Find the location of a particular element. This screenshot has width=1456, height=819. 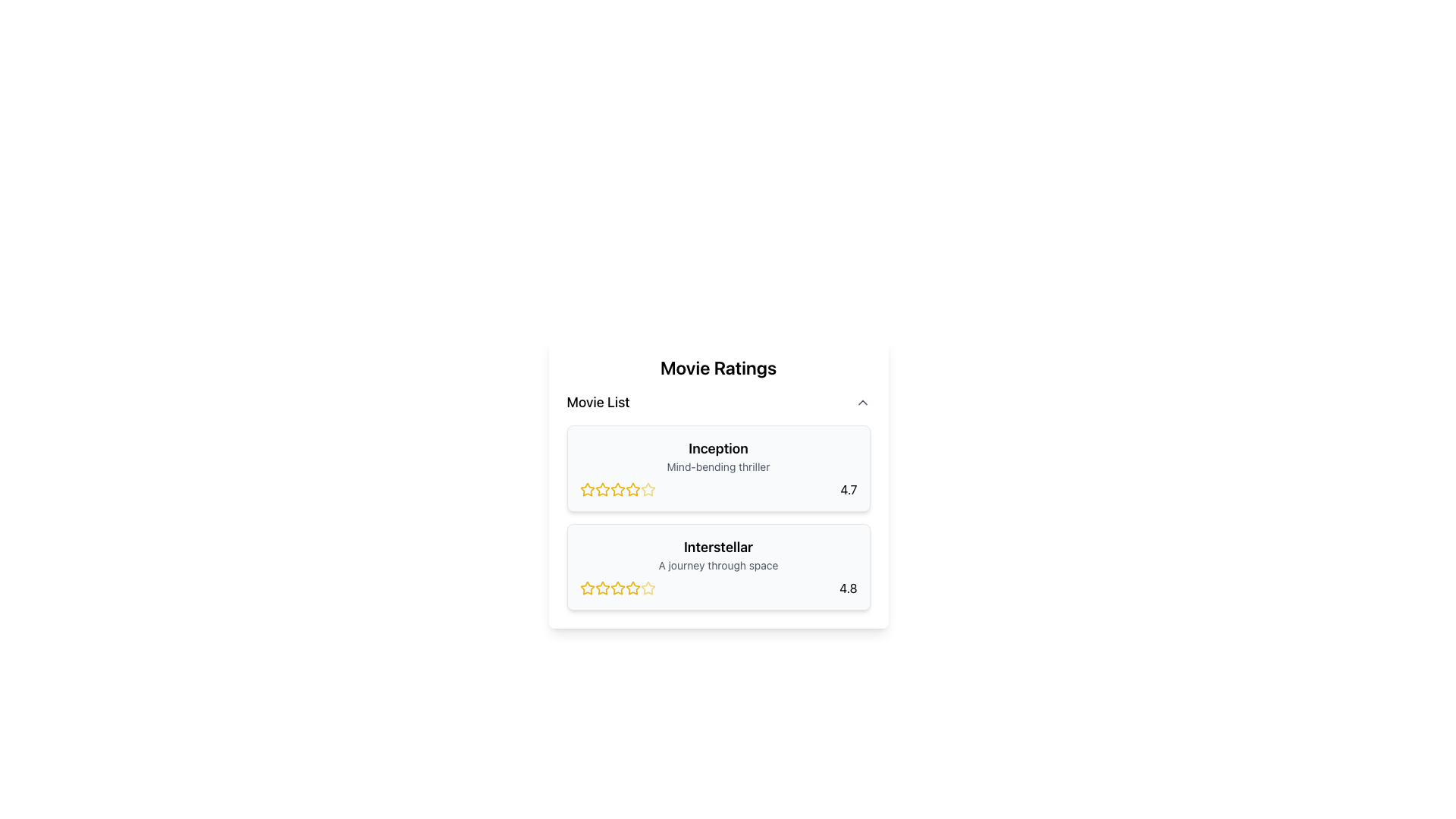

the fourth star icon representing the rating for the movie 'Interstellar', located beneath the movie title and to the left of the numeric rating '4.8' is located at coordinates (632, 587).